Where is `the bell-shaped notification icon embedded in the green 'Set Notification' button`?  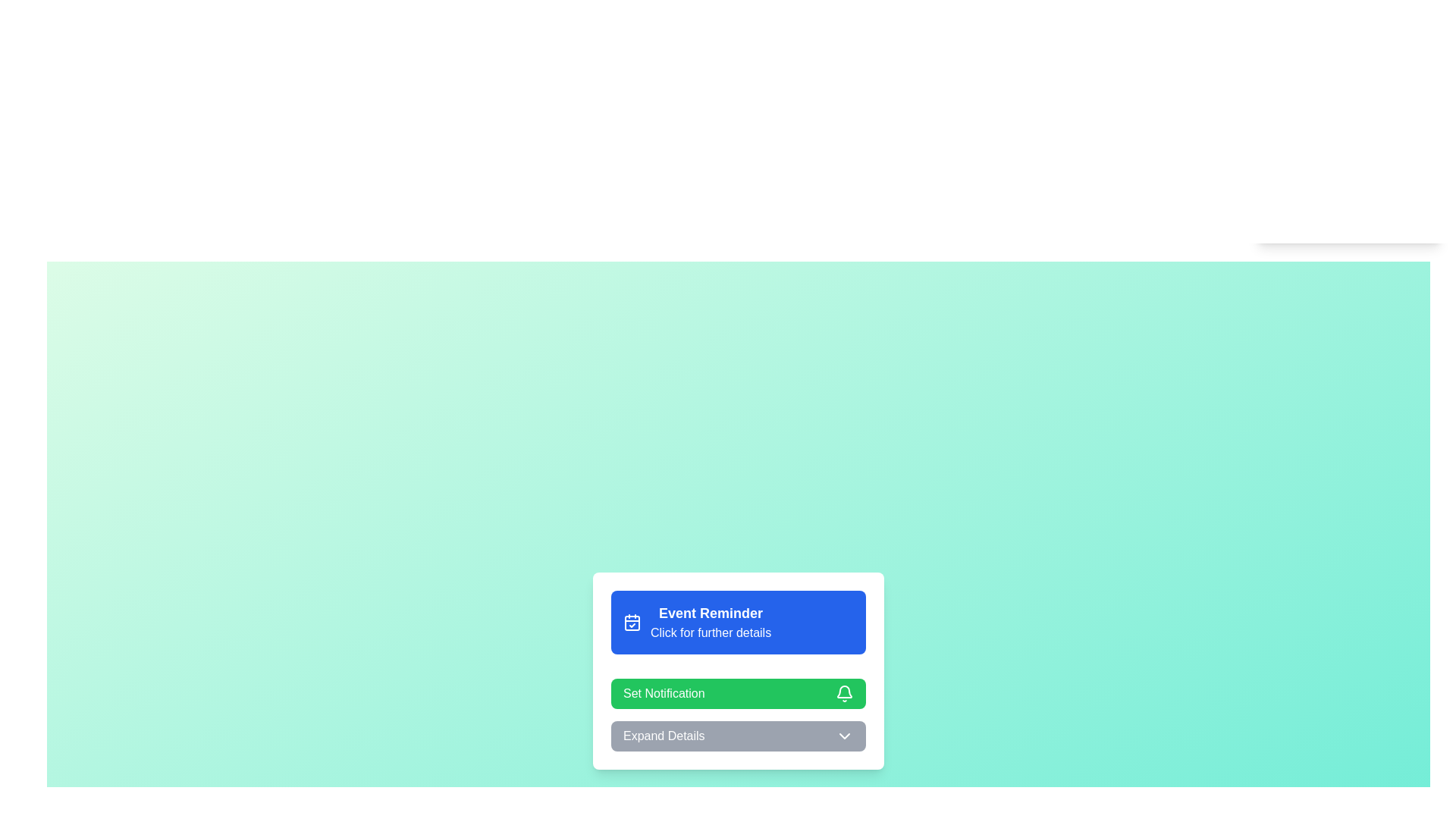 the bell-shaped notification icon embedded in the green 'Set Notification' button is located at coordinates (843, 692).